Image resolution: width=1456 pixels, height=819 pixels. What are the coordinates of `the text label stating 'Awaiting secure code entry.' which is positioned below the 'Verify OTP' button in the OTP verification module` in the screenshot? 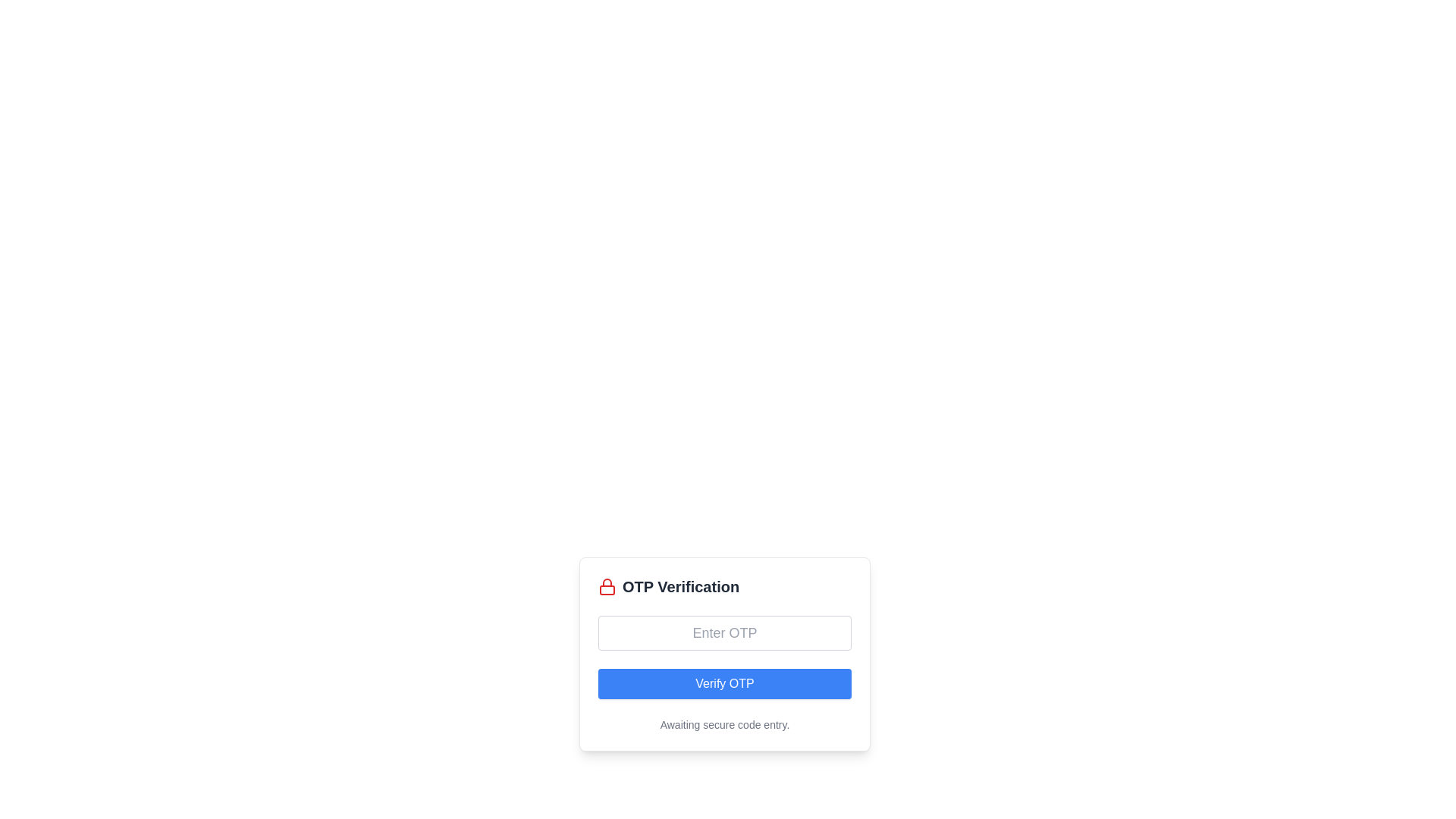 It's located at (723, 724).